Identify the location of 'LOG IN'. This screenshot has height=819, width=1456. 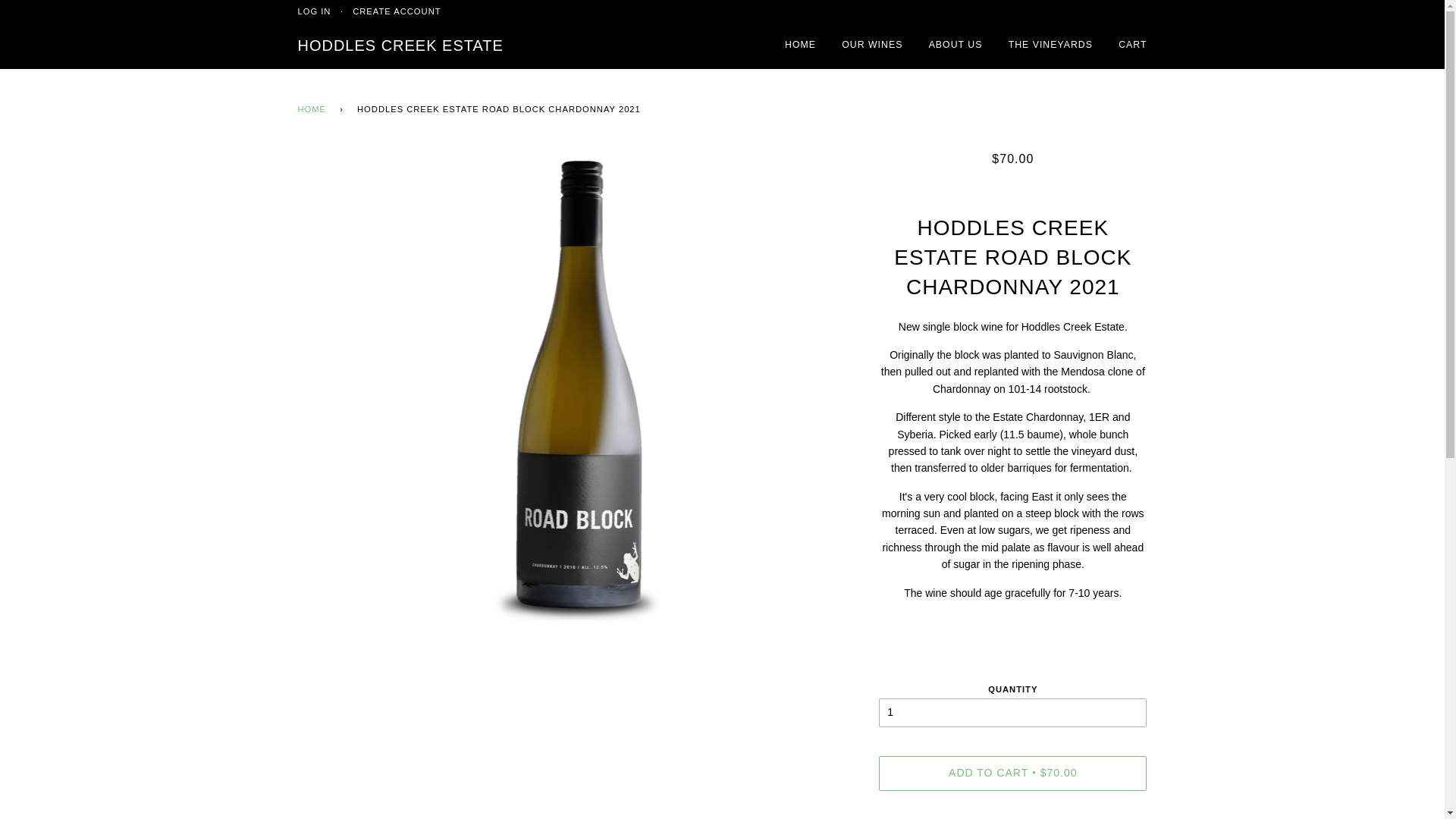
(312, 11).